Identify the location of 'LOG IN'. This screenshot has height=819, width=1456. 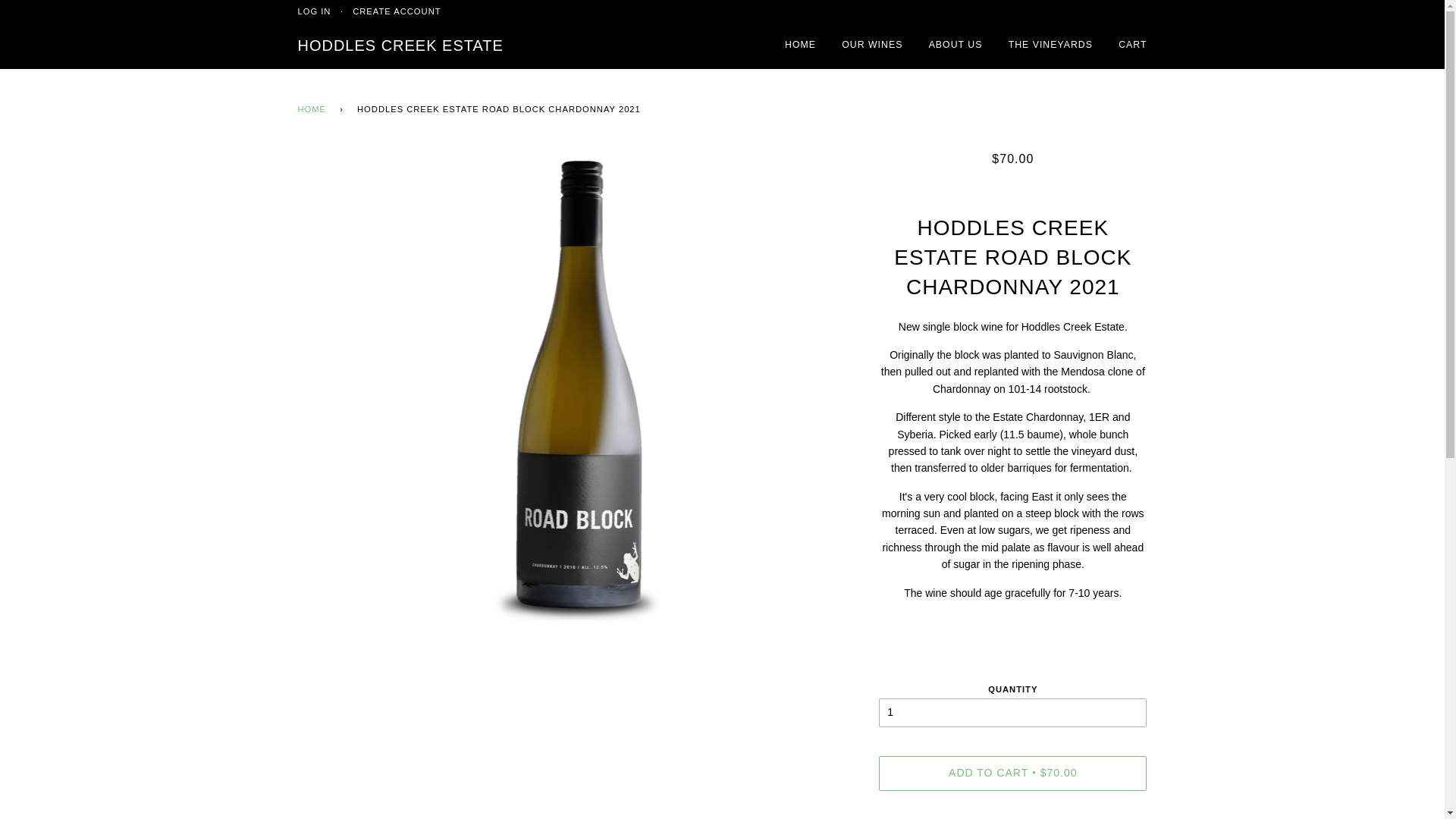
(312, 11).